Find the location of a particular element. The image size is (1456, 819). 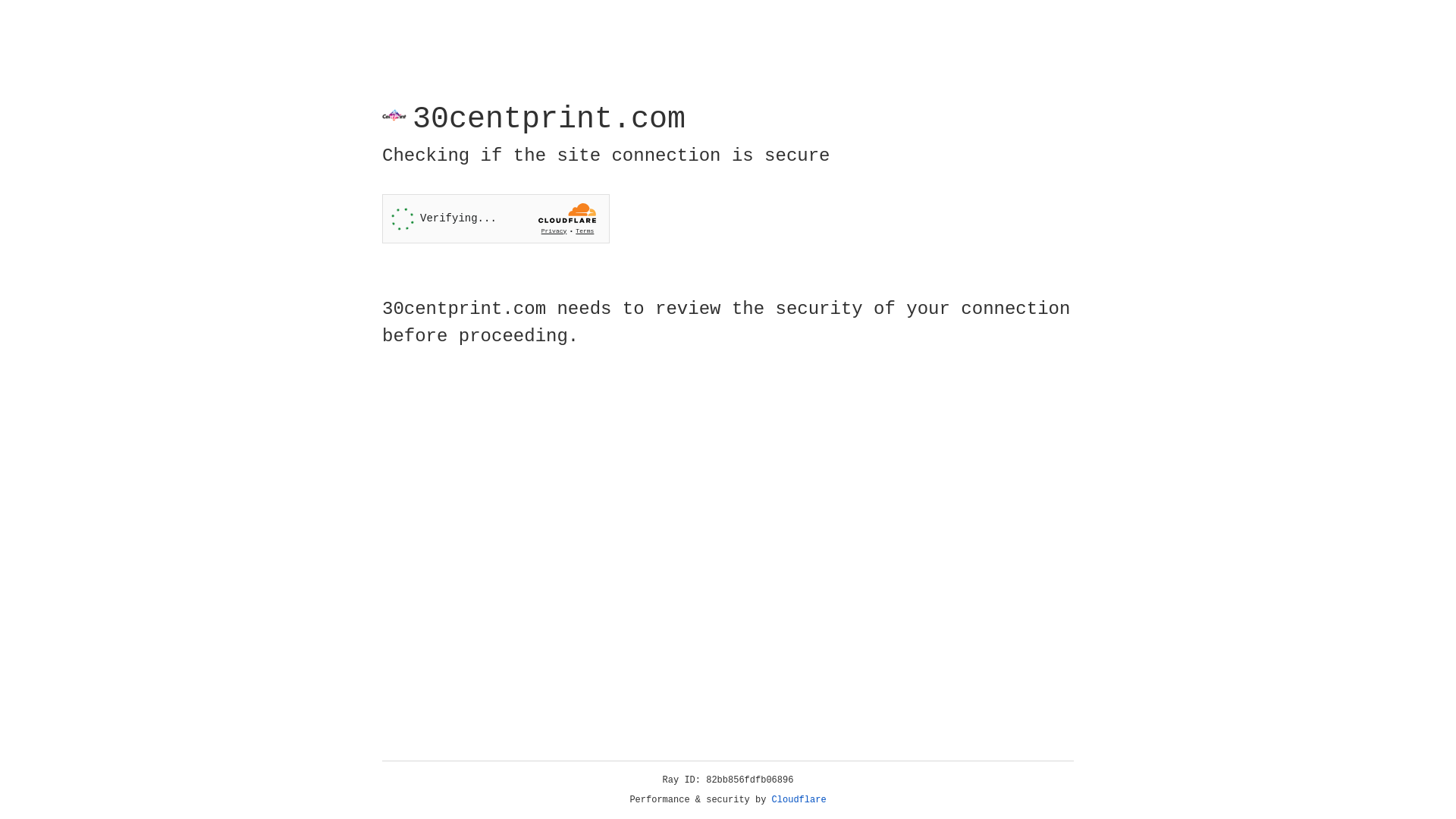

'Widget containing a Cloudflare security challenge' is located at coordinates (495, 218).